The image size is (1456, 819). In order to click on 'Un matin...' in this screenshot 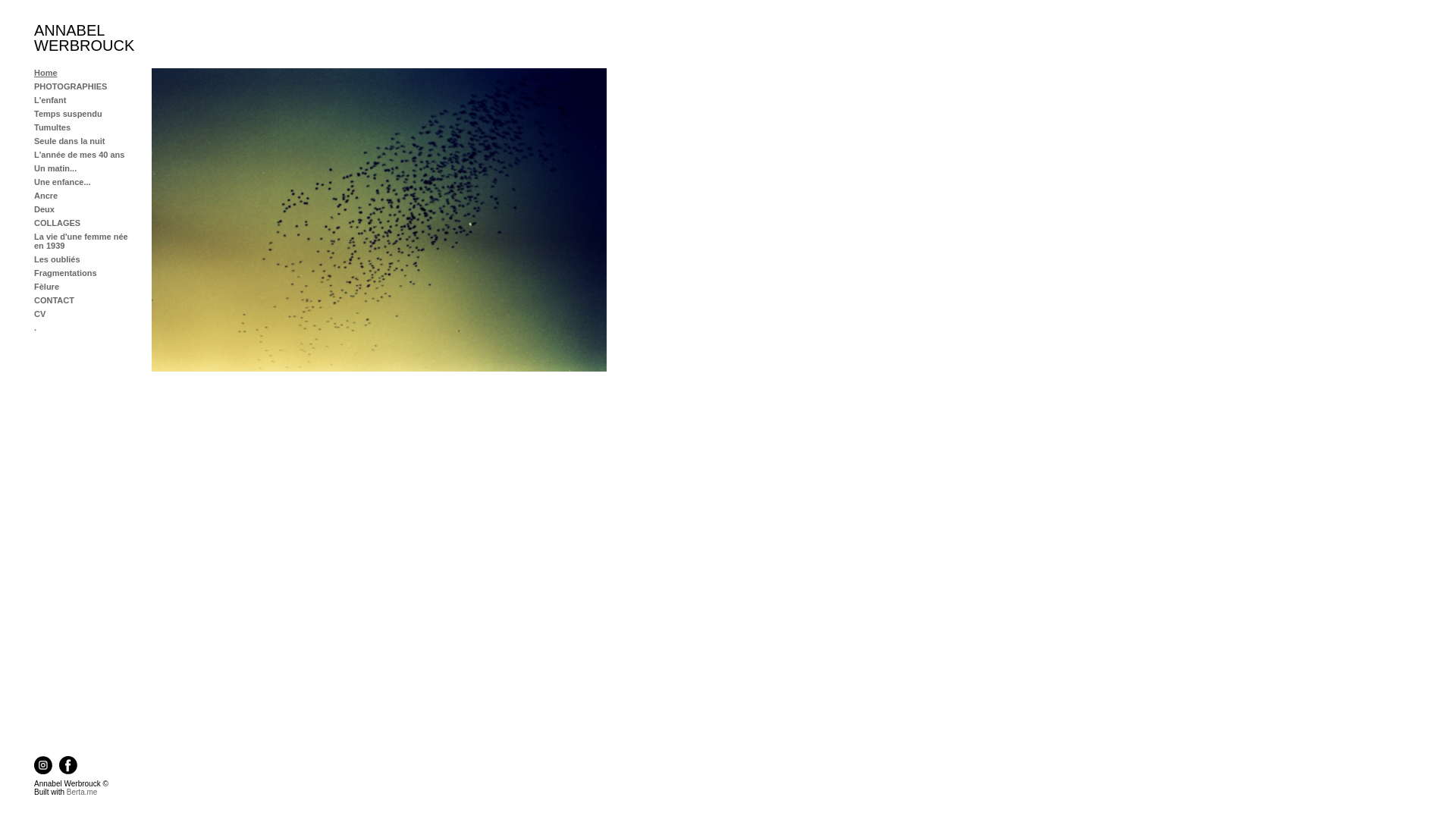, I will do `click(55, 168)`.